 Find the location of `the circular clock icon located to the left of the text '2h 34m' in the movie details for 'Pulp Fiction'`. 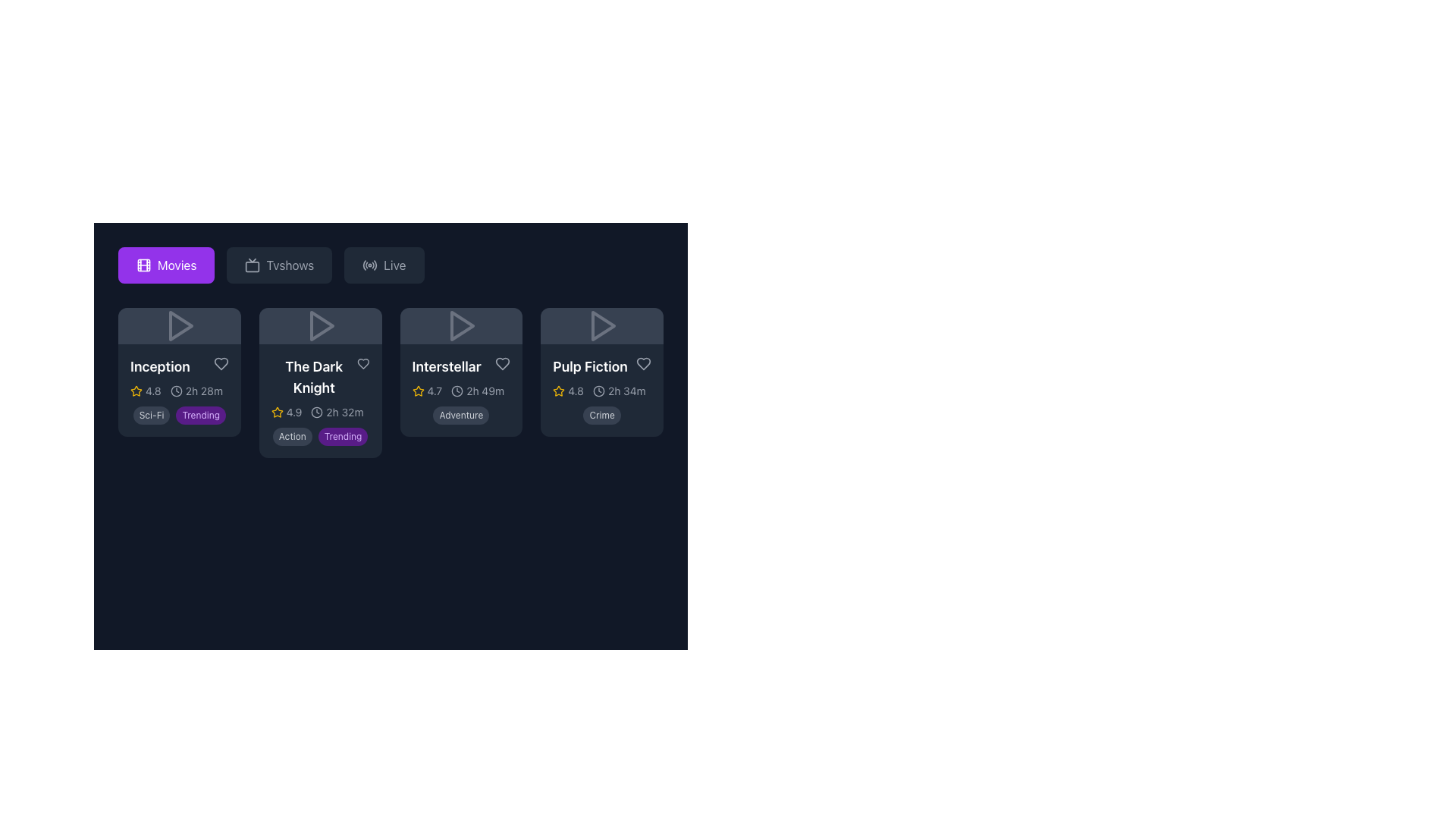

the circular clock icon located to the left of the text '2h 34m' in the movie details for 'Pulp Fiction' is located at coordinates (598, 391).